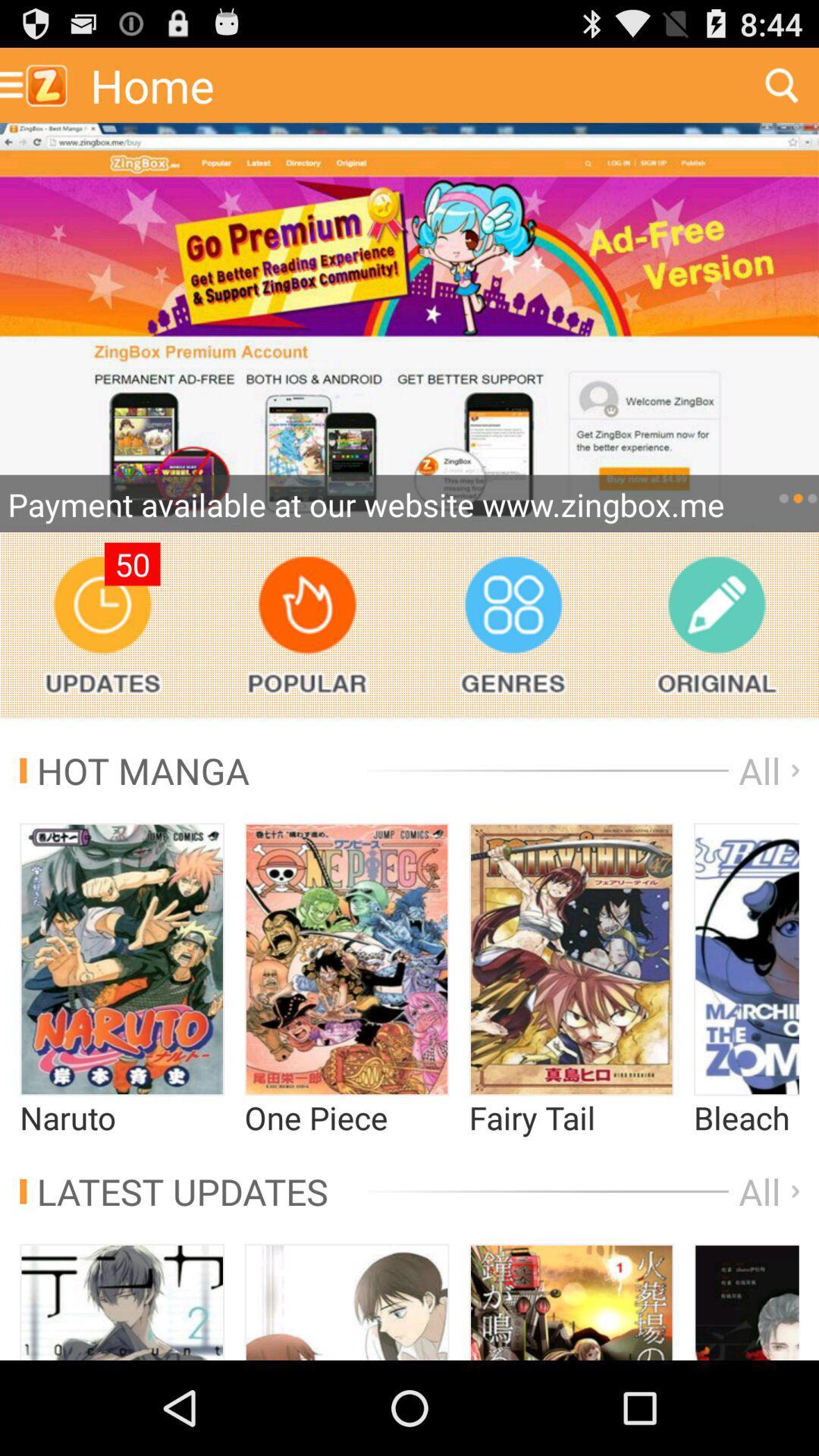 The height and width of the screenshot is (1456, 819). I want to click on website, so click(409, 327).